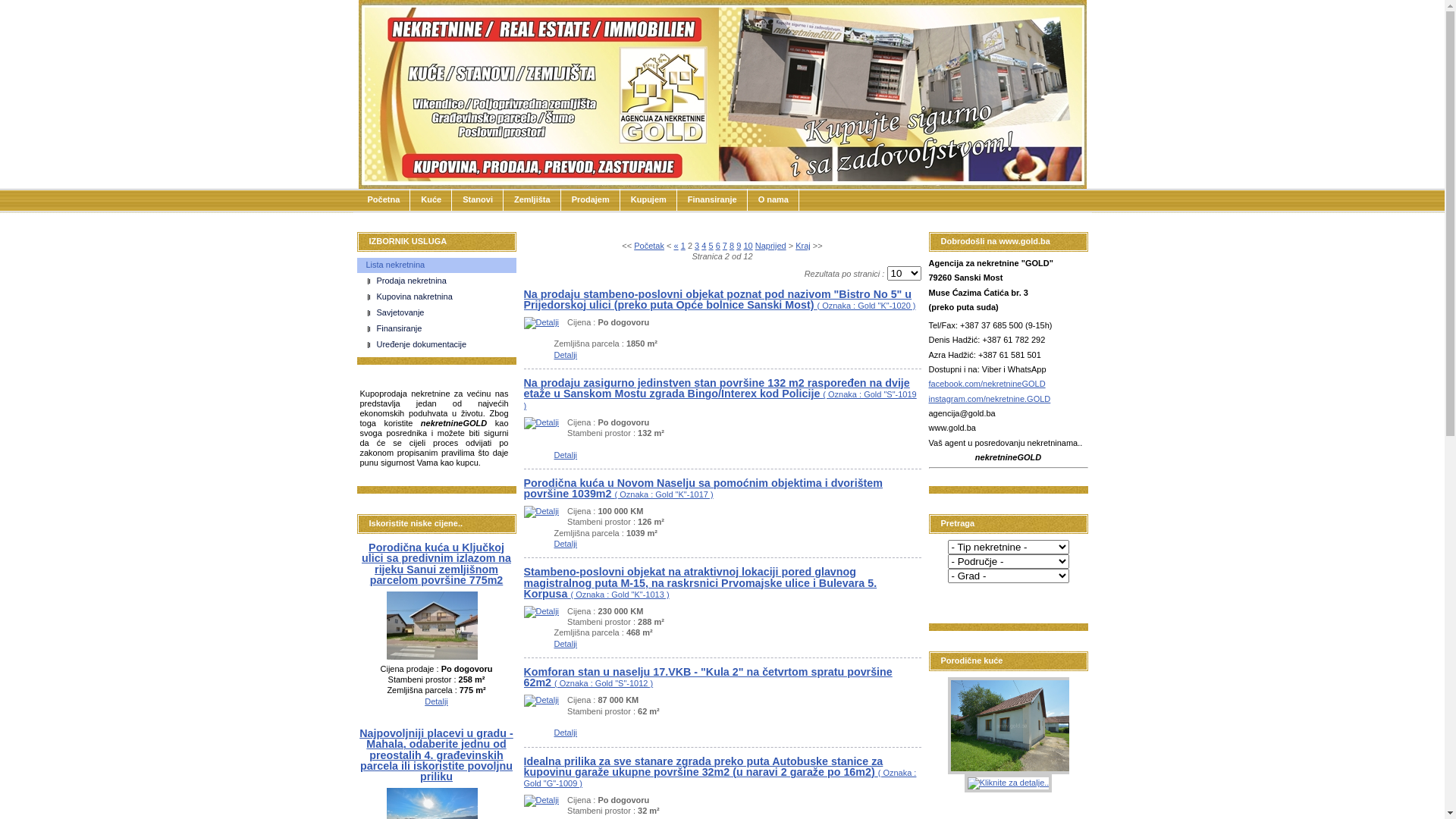 Image resolution: width=1456 pixels, height=819 pixels. I want to click on 'Kupujem', so click(620, 199).